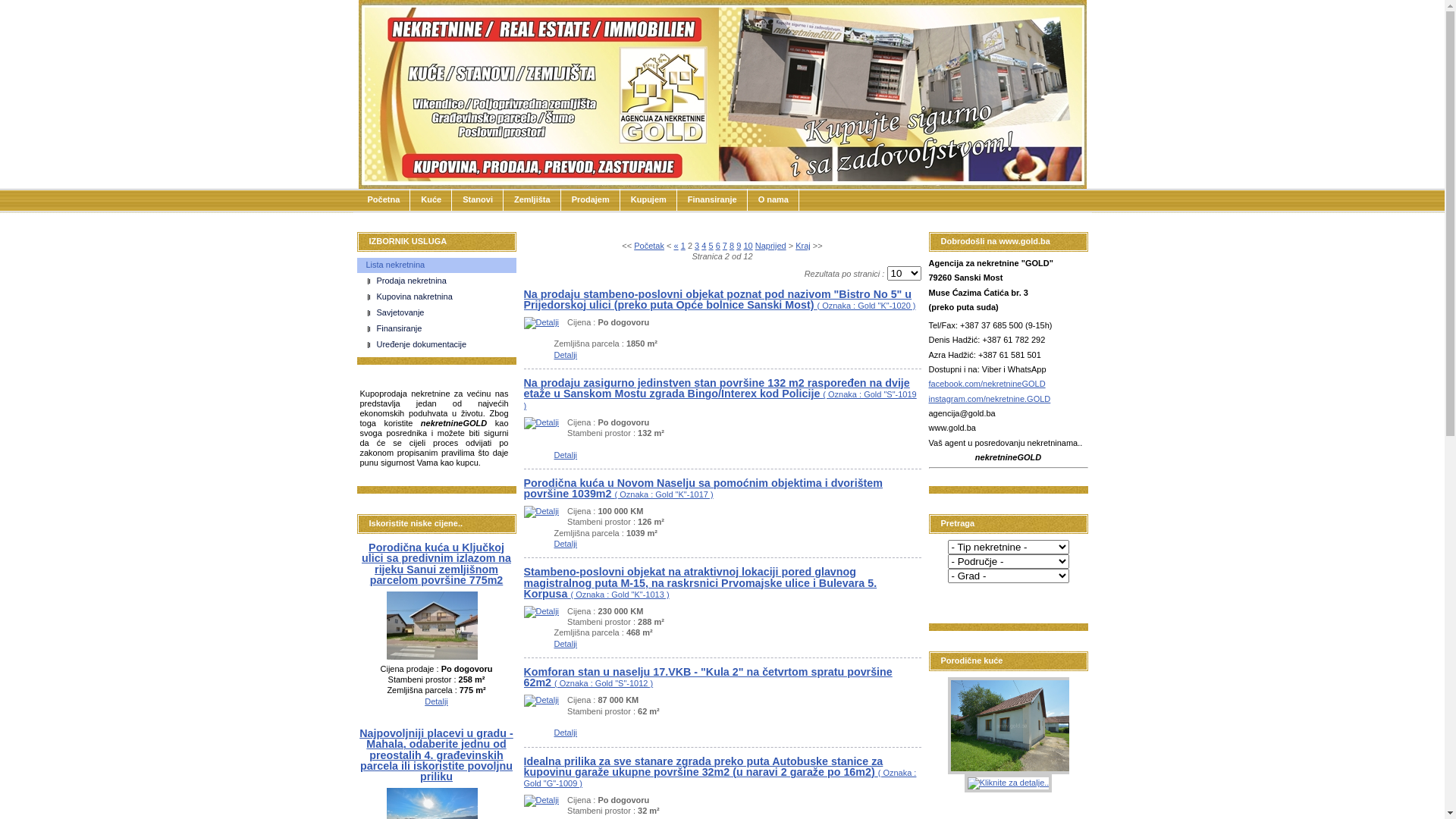 Image resolution: width=1456 pixels, height=819 pixels. I want to click on 'Kupujem', so click(620, 199).